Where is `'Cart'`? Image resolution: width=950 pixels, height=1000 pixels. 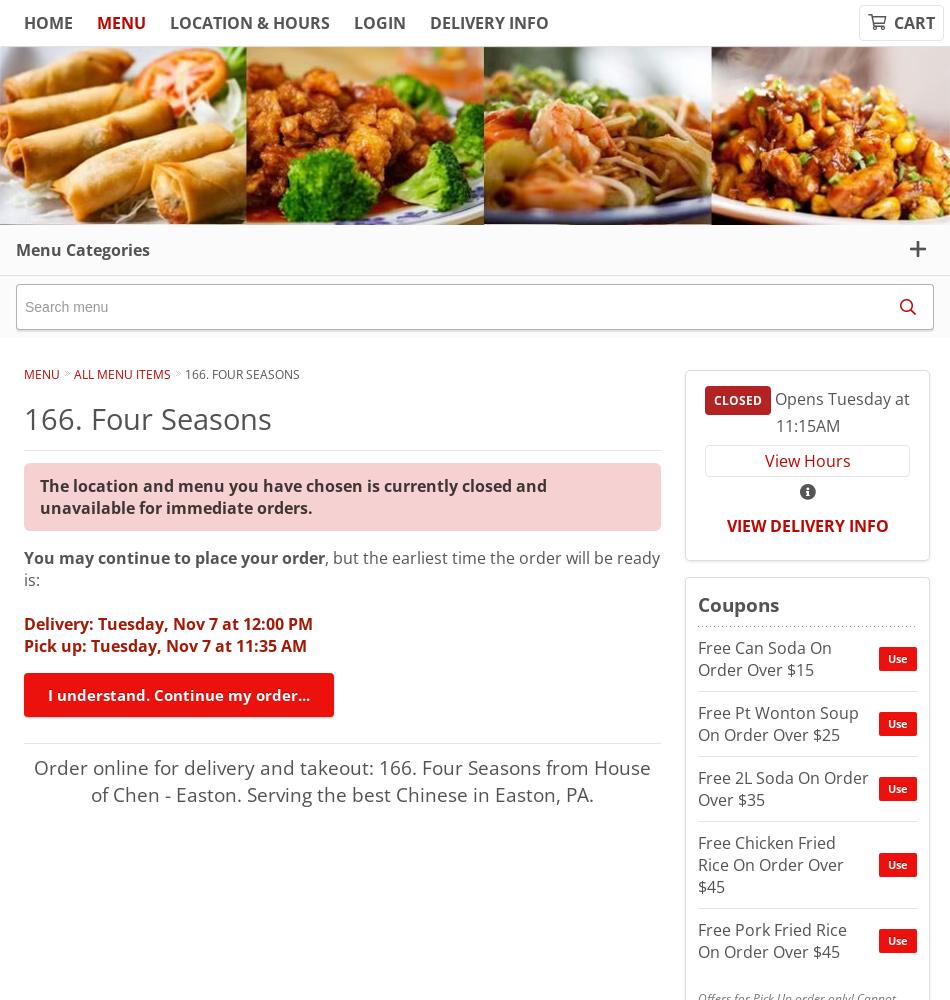
'Cart' is located at coordinates (912, 23).